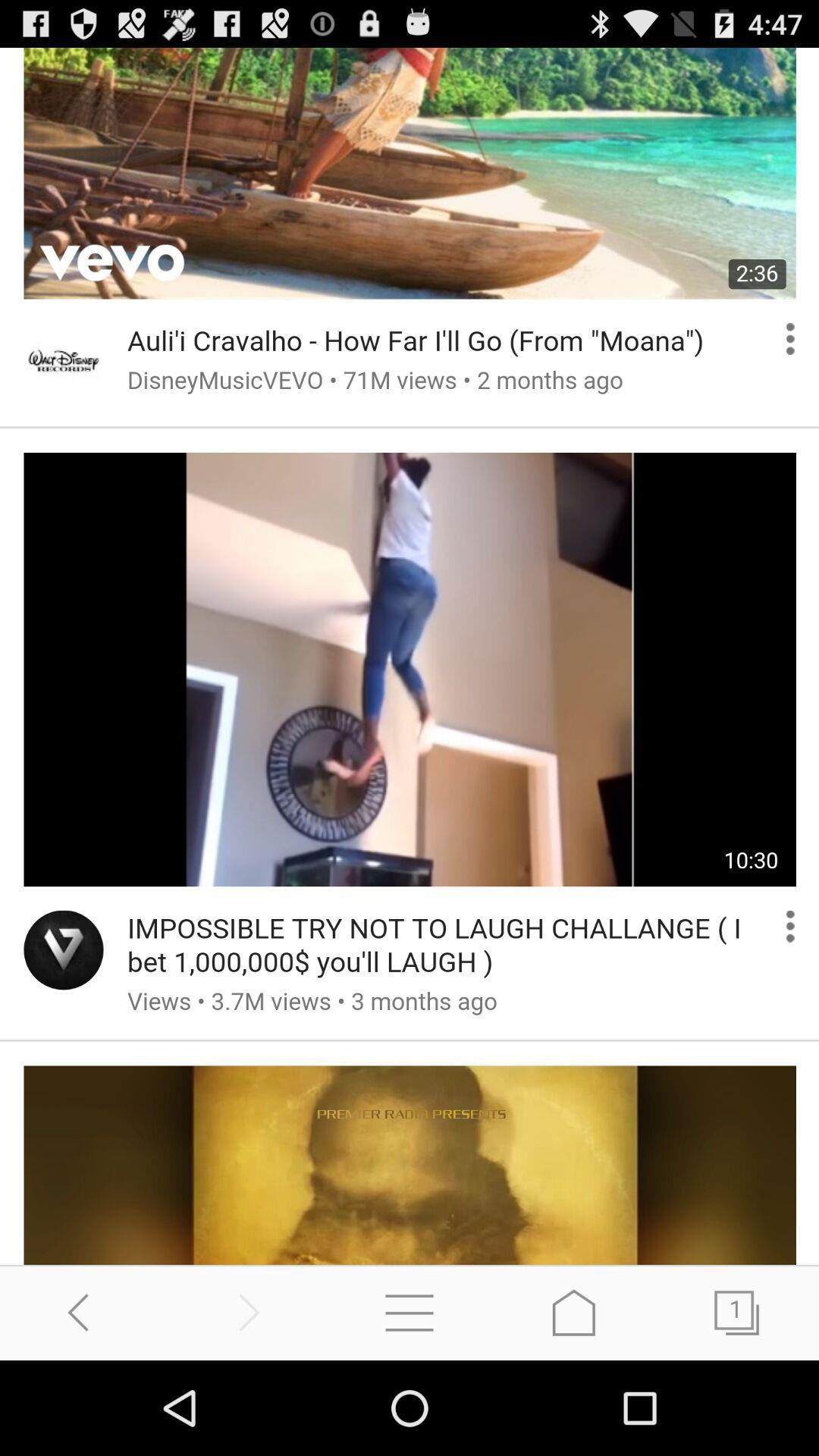 This screenshot has height=1456, width=819. Describe the element at coordinates (736, 1312) in the screenshot. I see `the tabs` at that location.